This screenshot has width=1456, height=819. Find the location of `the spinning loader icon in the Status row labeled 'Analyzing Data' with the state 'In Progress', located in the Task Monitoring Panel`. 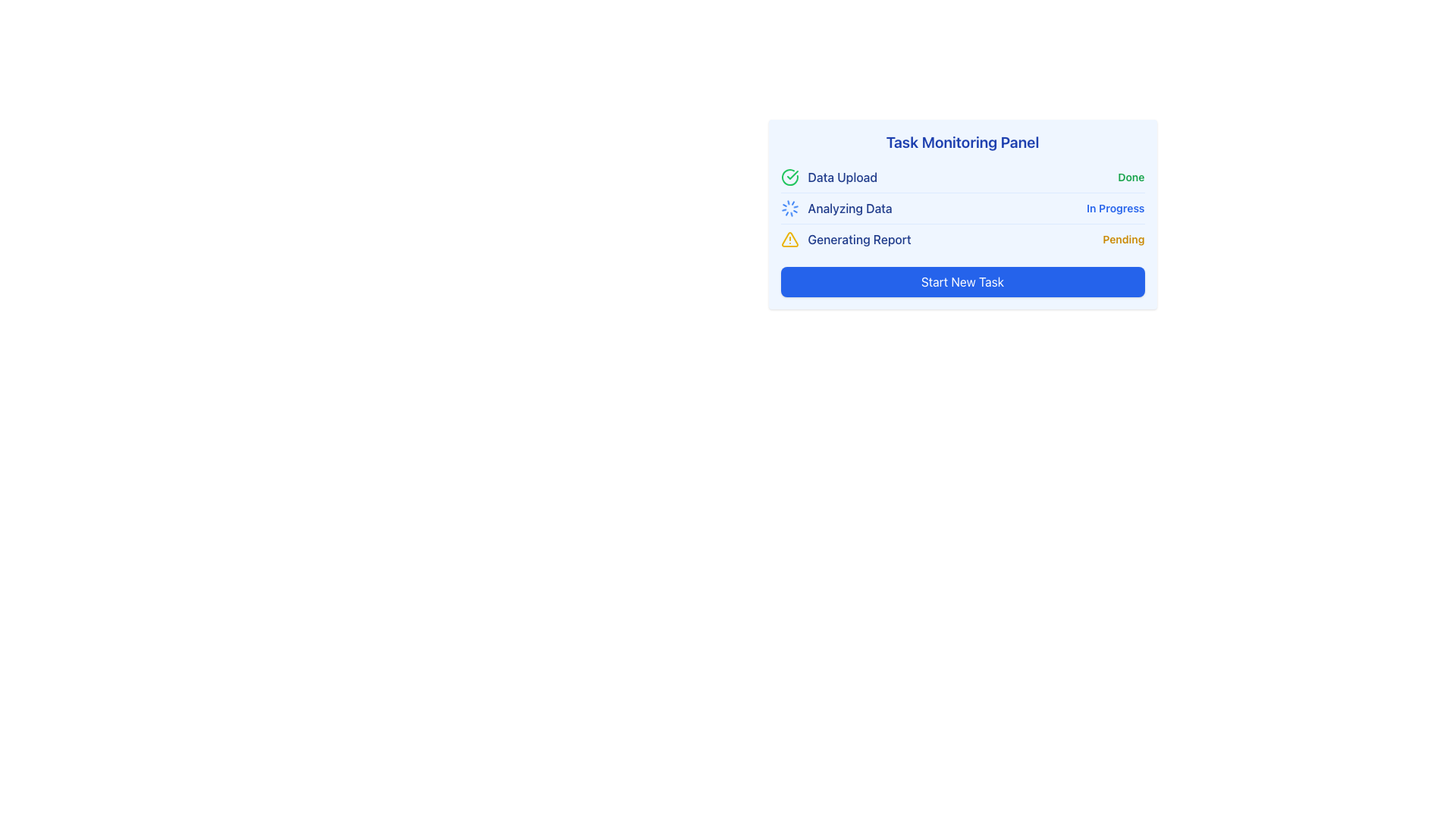

the spinning loader icon in the Status row labeled 'Analyzing Data' with the state 'In Progress', located in the Task Monitoring Panel is located at coordinates (962, 208).